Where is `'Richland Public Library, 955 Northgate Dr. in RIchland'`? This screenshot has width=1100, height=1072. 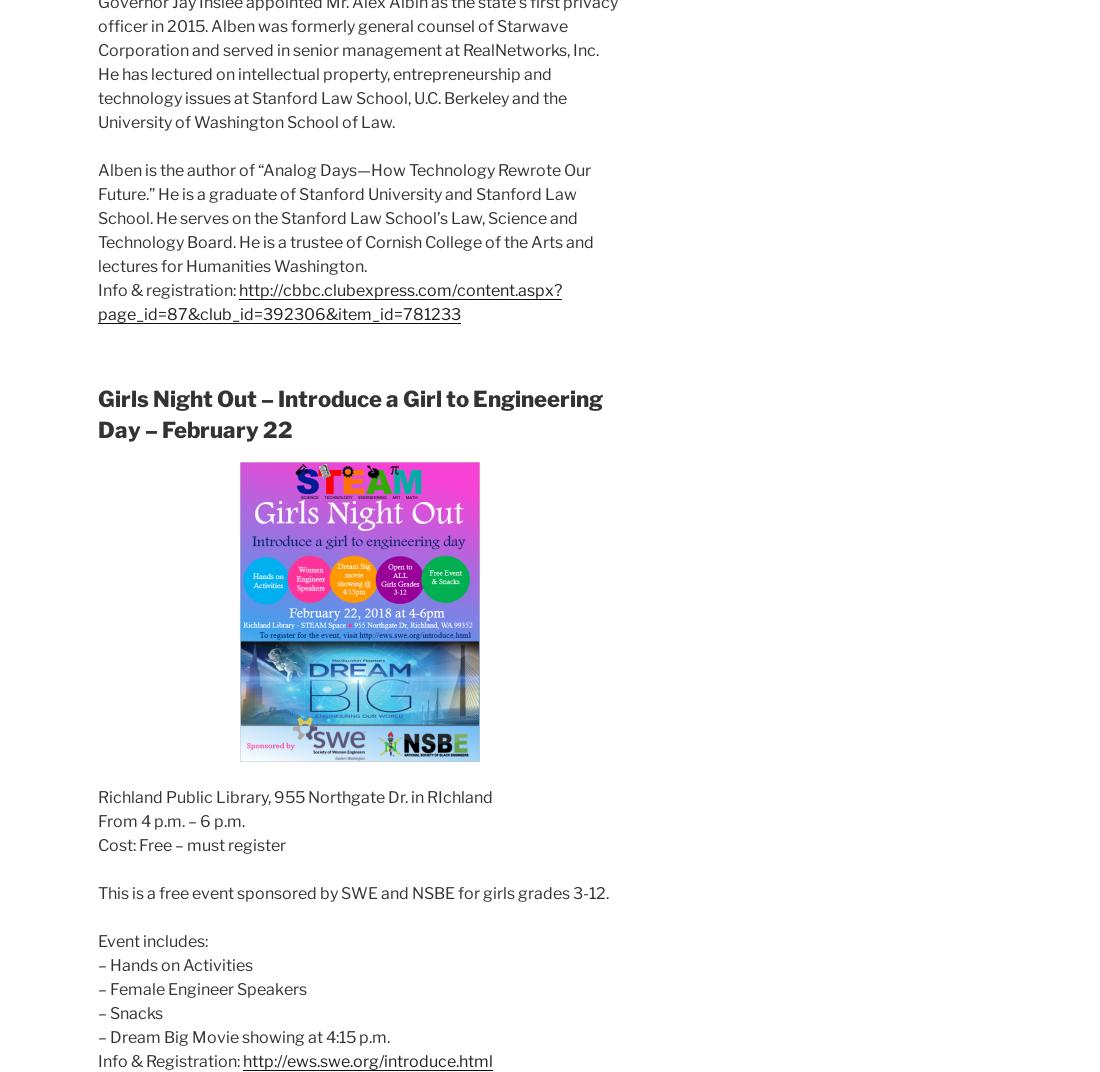
'Richland Public Library, 955 Northgate Dr. in RIchland' is located at coordinates (294, 796).